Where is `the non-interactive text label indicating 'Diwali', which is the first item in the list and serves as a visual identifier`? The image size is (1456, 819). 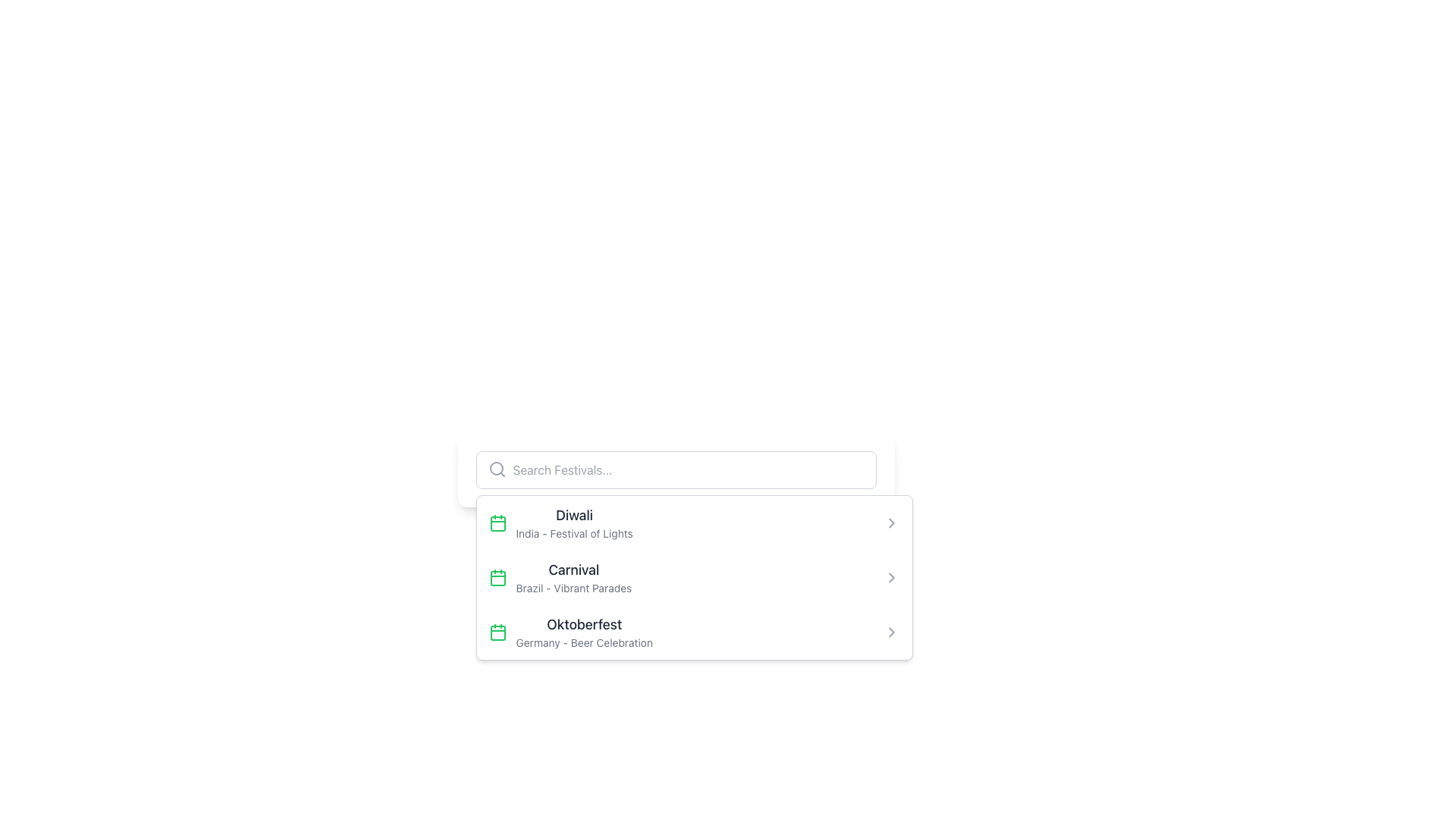 the non-interactive text label indicating 'Diwali', which is the first item in the list and serves as a visual identifier is located at coordinates (573, 514).